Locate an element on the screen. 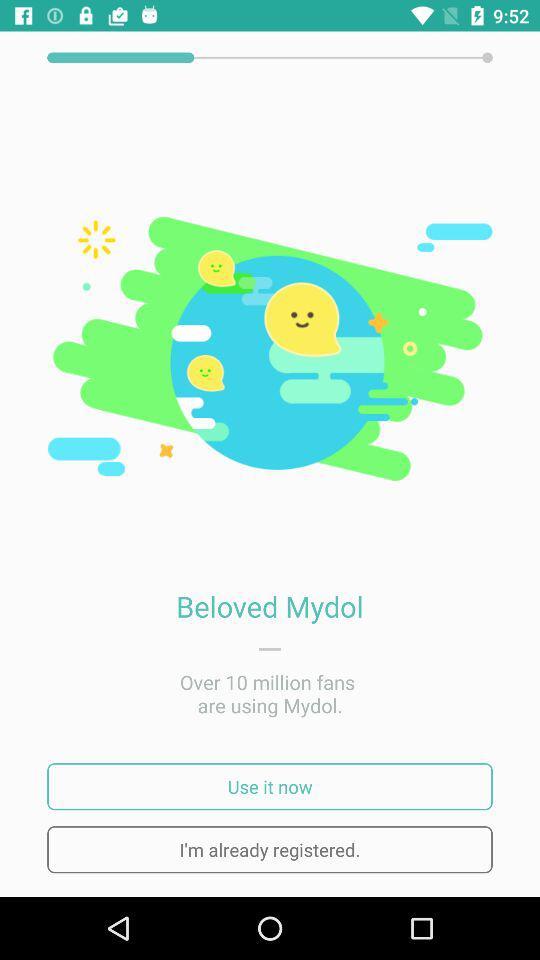 The image size is (540, 960). icon below use it now item is located at coordinates (270, 848).